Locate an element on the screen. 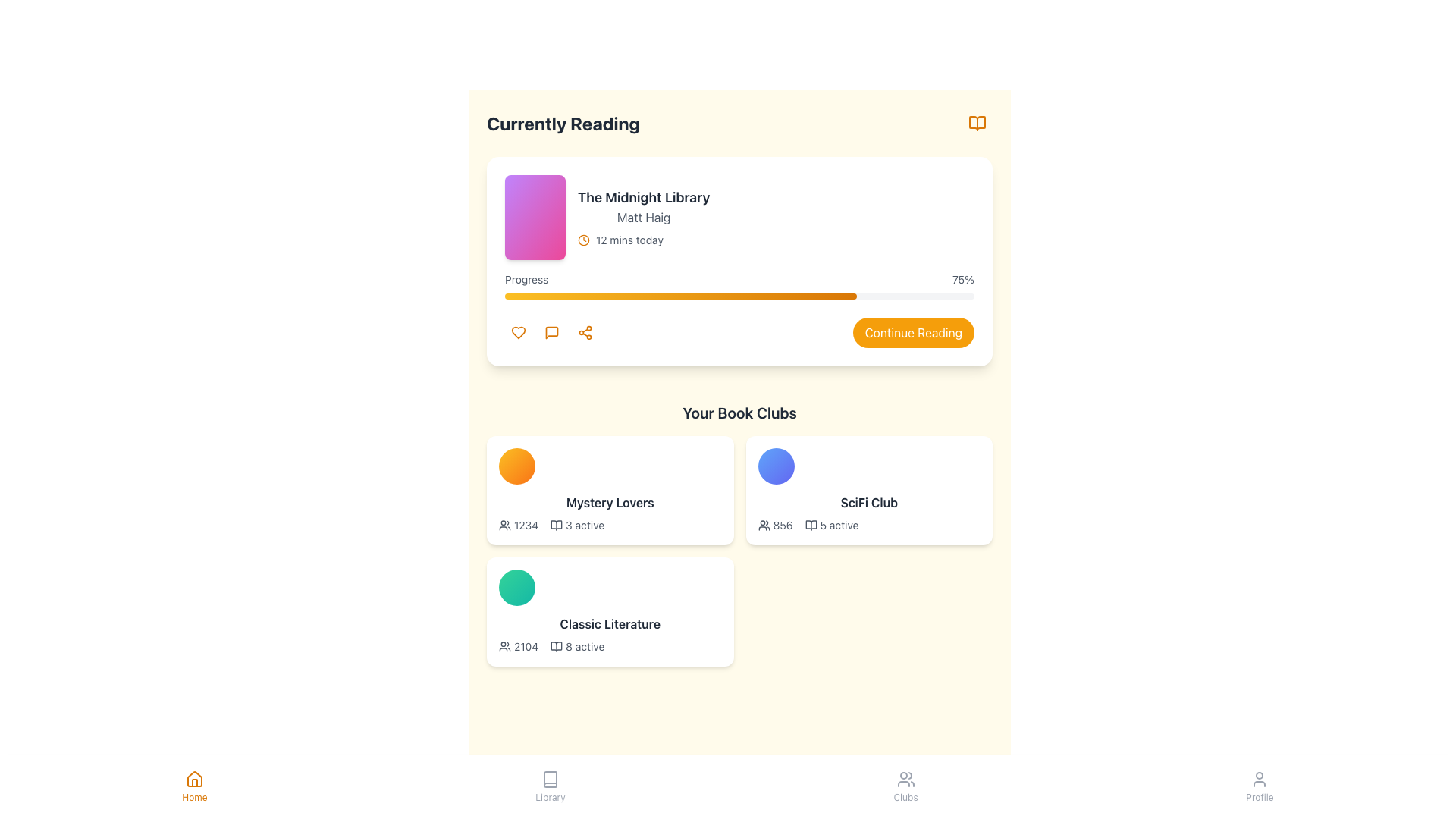 This screenshot has width=1456, height=819. the decorative graphical element representing the book 'The Midnight Library' located in the 'Currently Reading' section is located at coordinates (535, 217).